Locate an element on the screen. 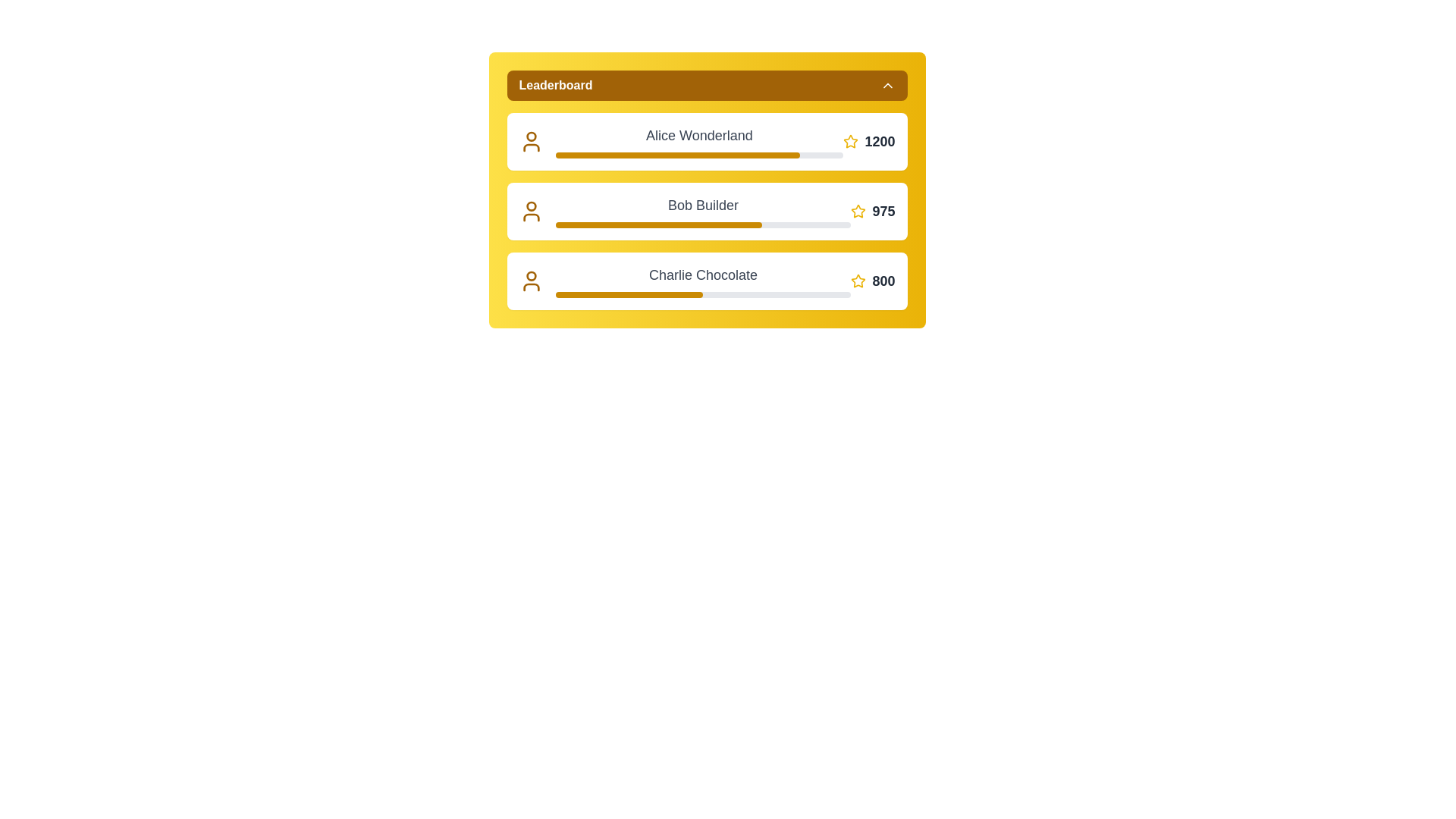 Image resolution: width=1456 pixels, height=819 pixels. the leaderboard entry displaying the rank and score of the user 'Bob Builder', which is the second item in the leaderboard section is located at coordinates (706, 189).